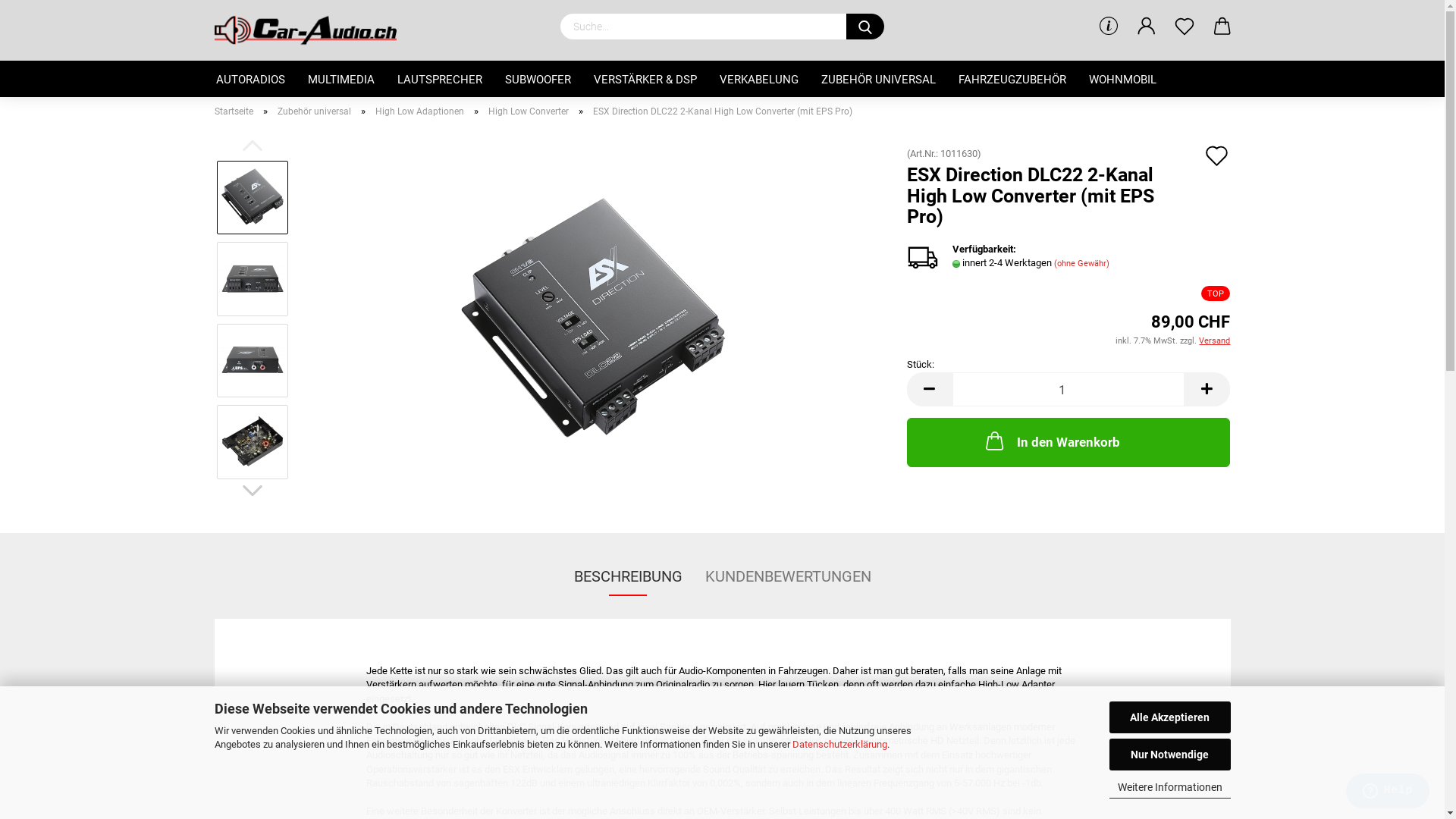 Image resolution: width=1456 pixels, height=819 pixels. I want to click on 'MULTIMEDIA', so click(340, 79).